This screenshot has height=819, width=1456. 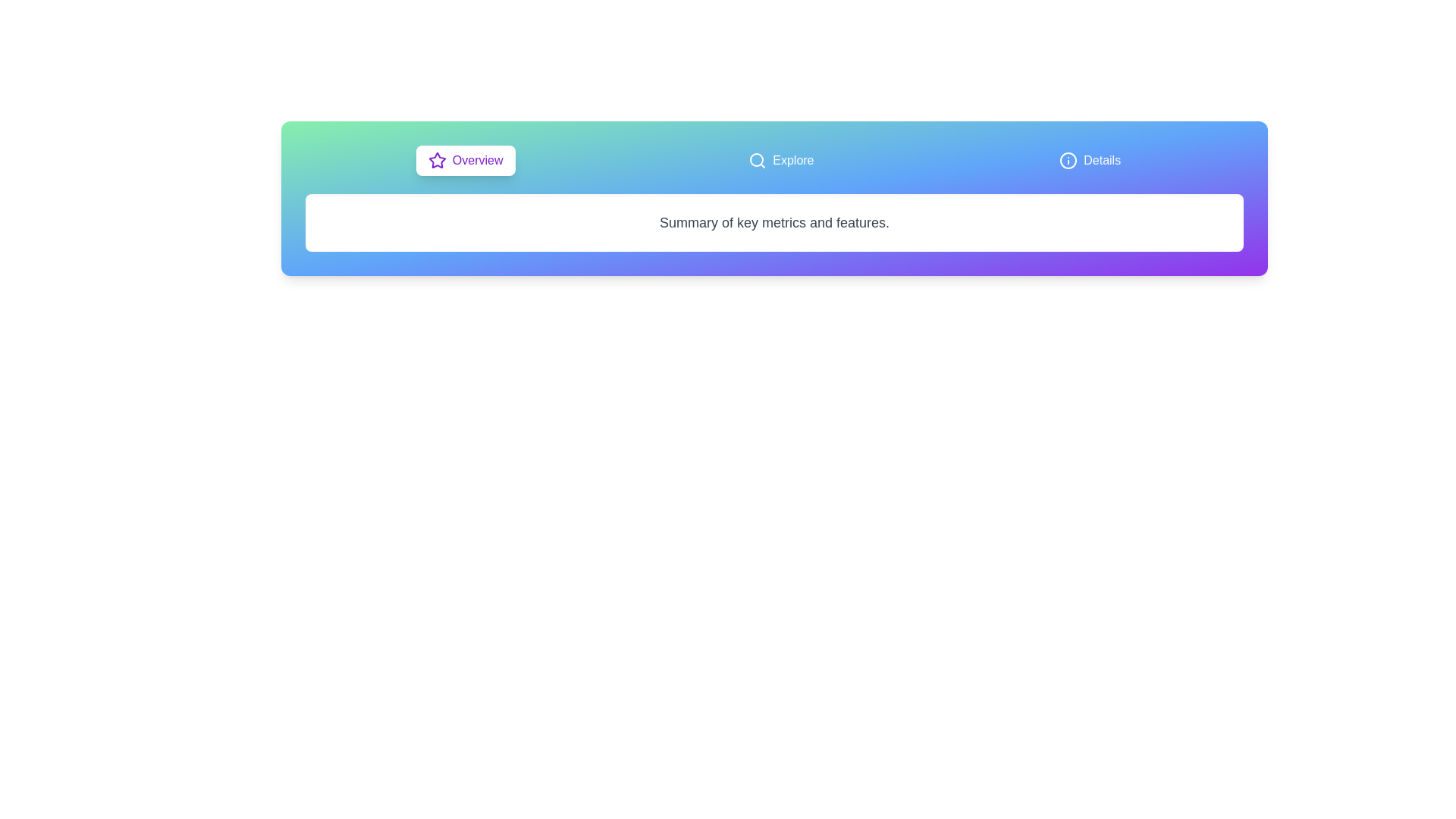 What do you see at coordinates (781, 161) in the screenshot?
I see `the Explore tab to observe visual feedback` at bounding box center [781, 161].